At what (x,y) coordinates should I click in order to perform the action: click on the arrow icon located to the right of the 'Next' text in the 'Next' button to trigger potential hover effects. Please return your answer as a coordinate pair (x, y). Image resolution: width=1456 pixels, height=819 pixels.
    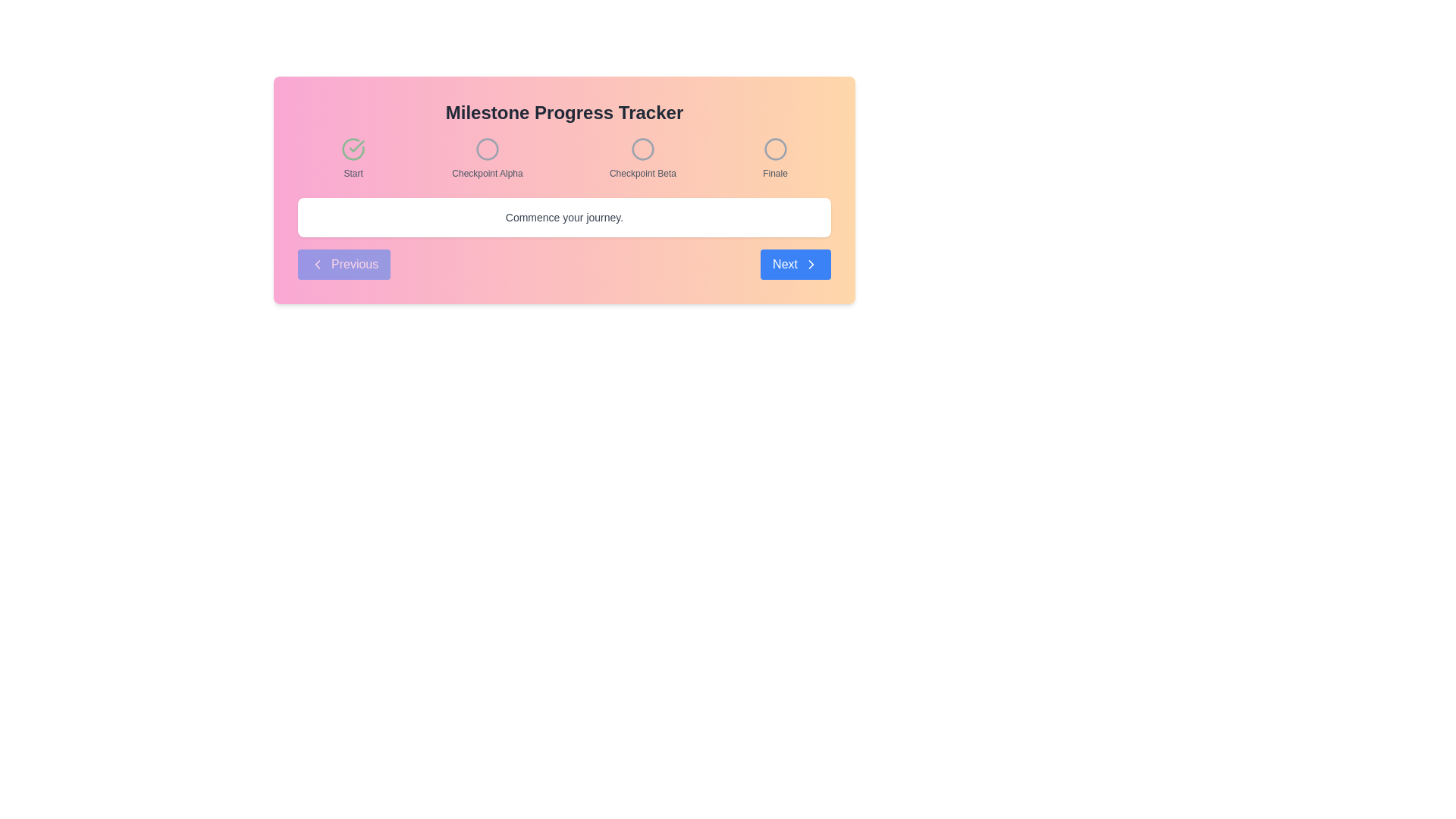
    Looking at the image, I should click on (811, 263).